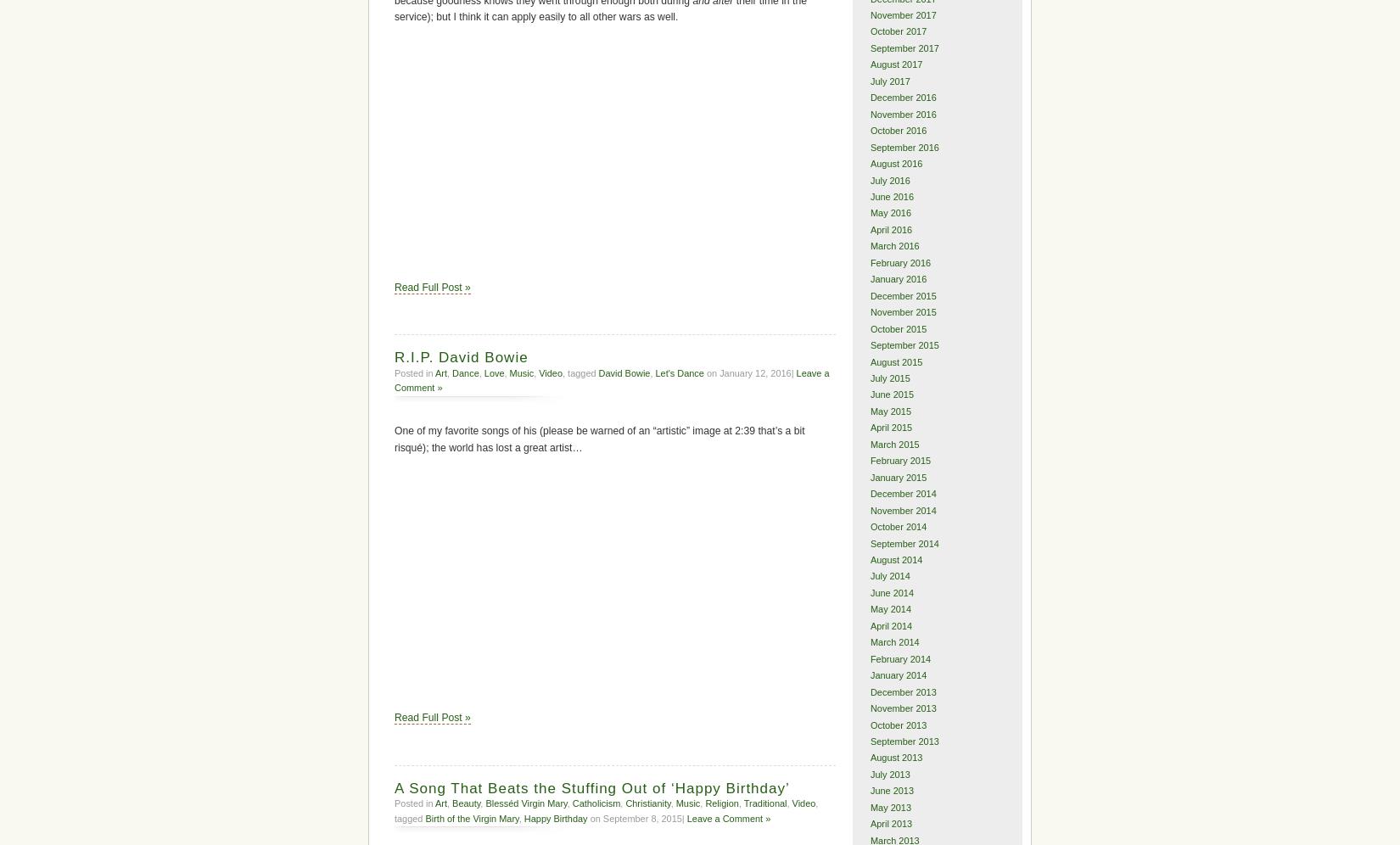 This screenshot has height=845, width=1400. I want to click on 'July 2014', so click(889, 575).